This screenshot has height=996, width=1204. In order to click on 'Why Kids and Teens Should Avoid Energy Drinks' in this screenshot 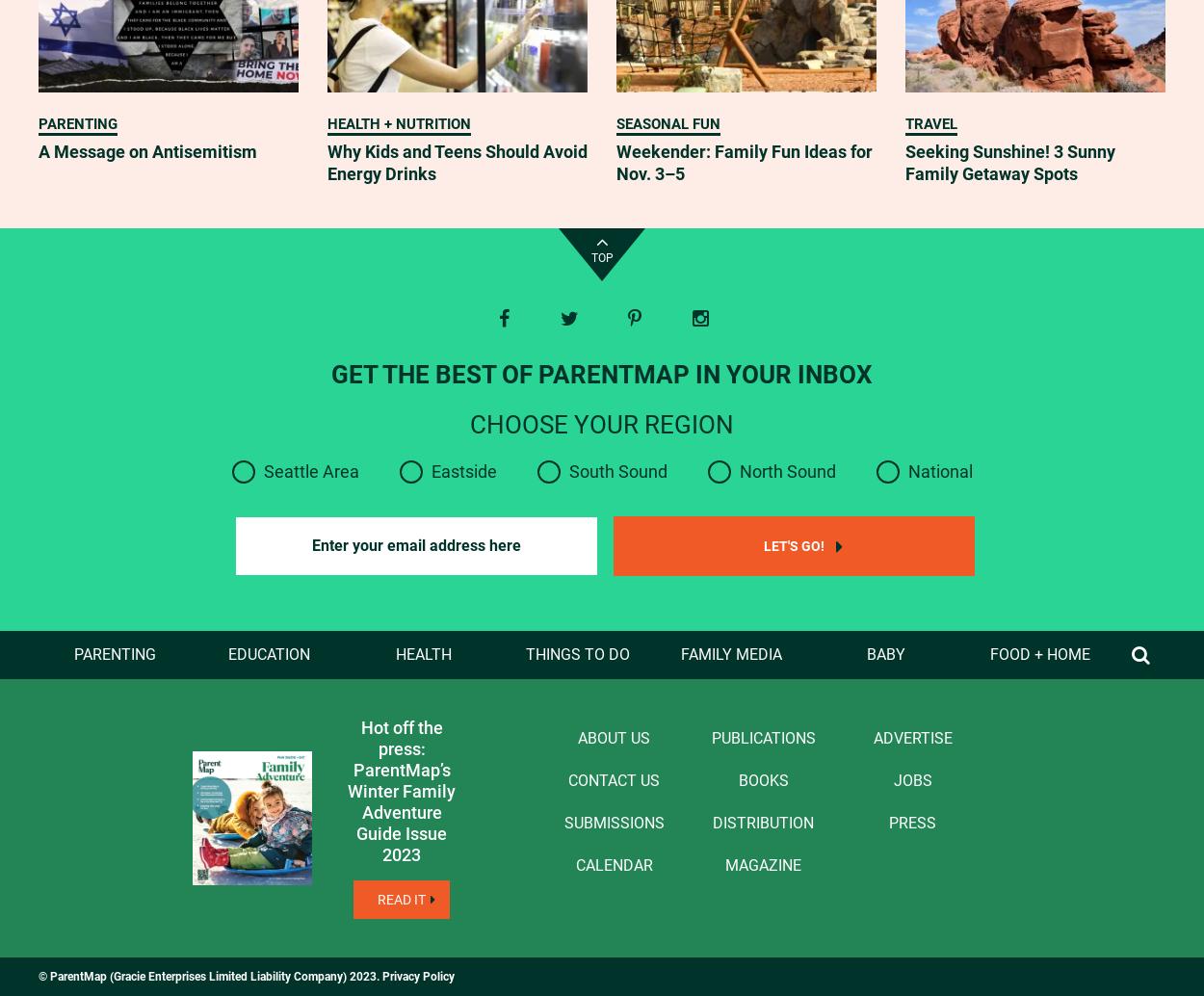, I will do `click(327, 162)`.